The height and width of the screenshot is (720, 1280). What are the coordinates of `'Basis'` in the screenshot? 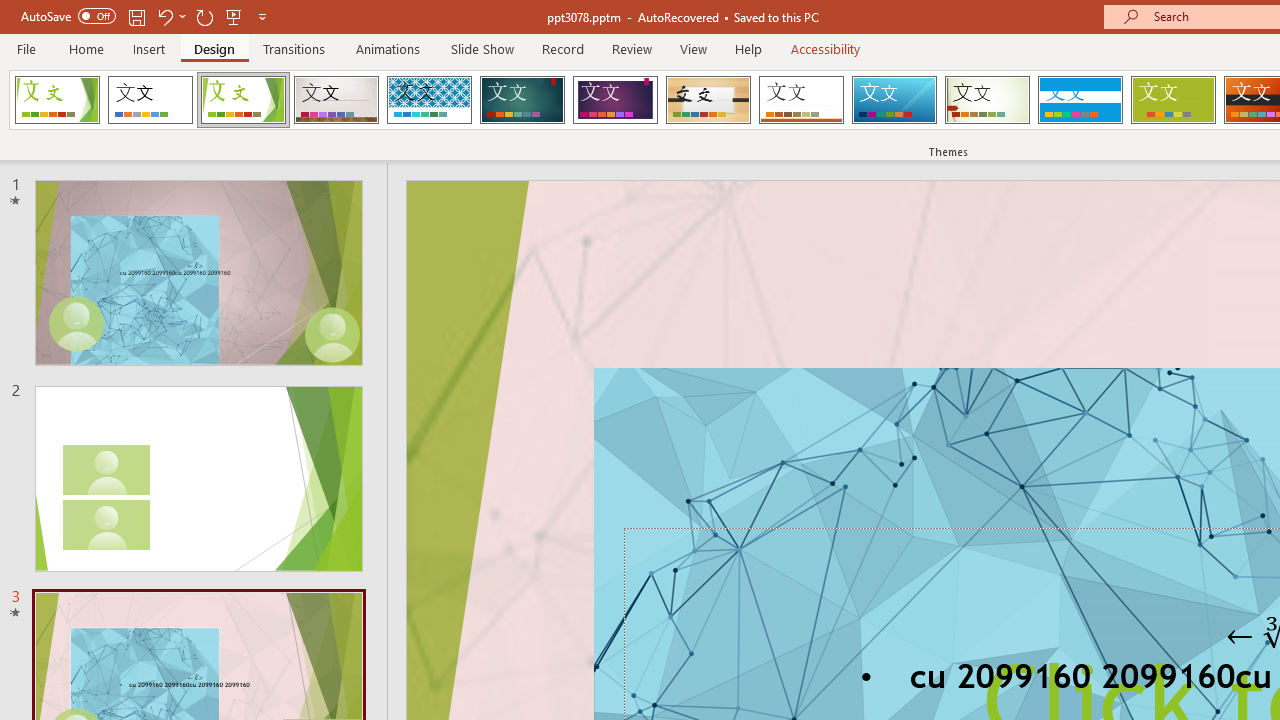 It's located at (1173, 100).